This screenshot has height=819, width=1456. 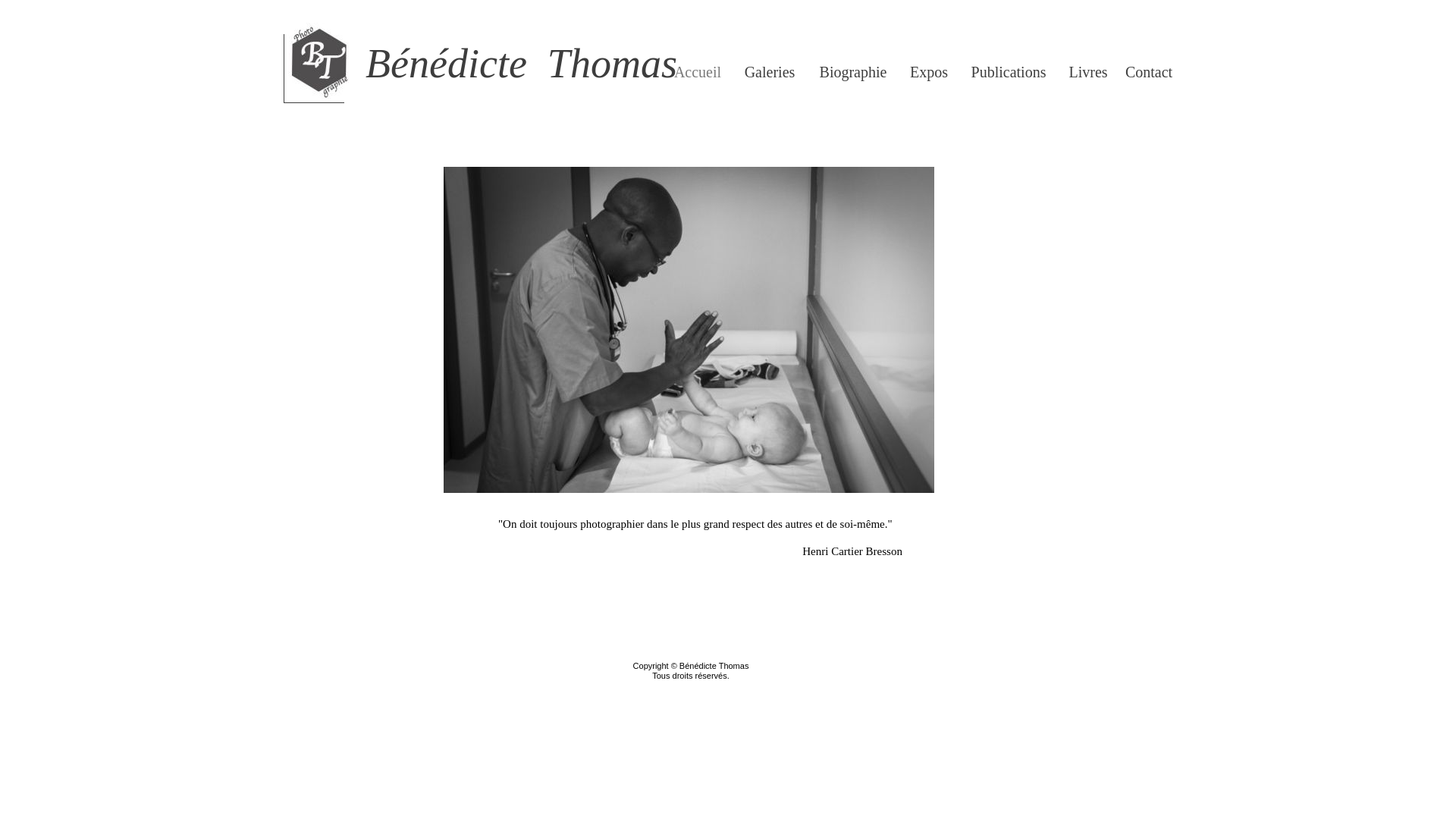 What do you see at coordinates (1087, 72) in the screenshot?
I see `'Livres'` at bounding box center [1087, 72].